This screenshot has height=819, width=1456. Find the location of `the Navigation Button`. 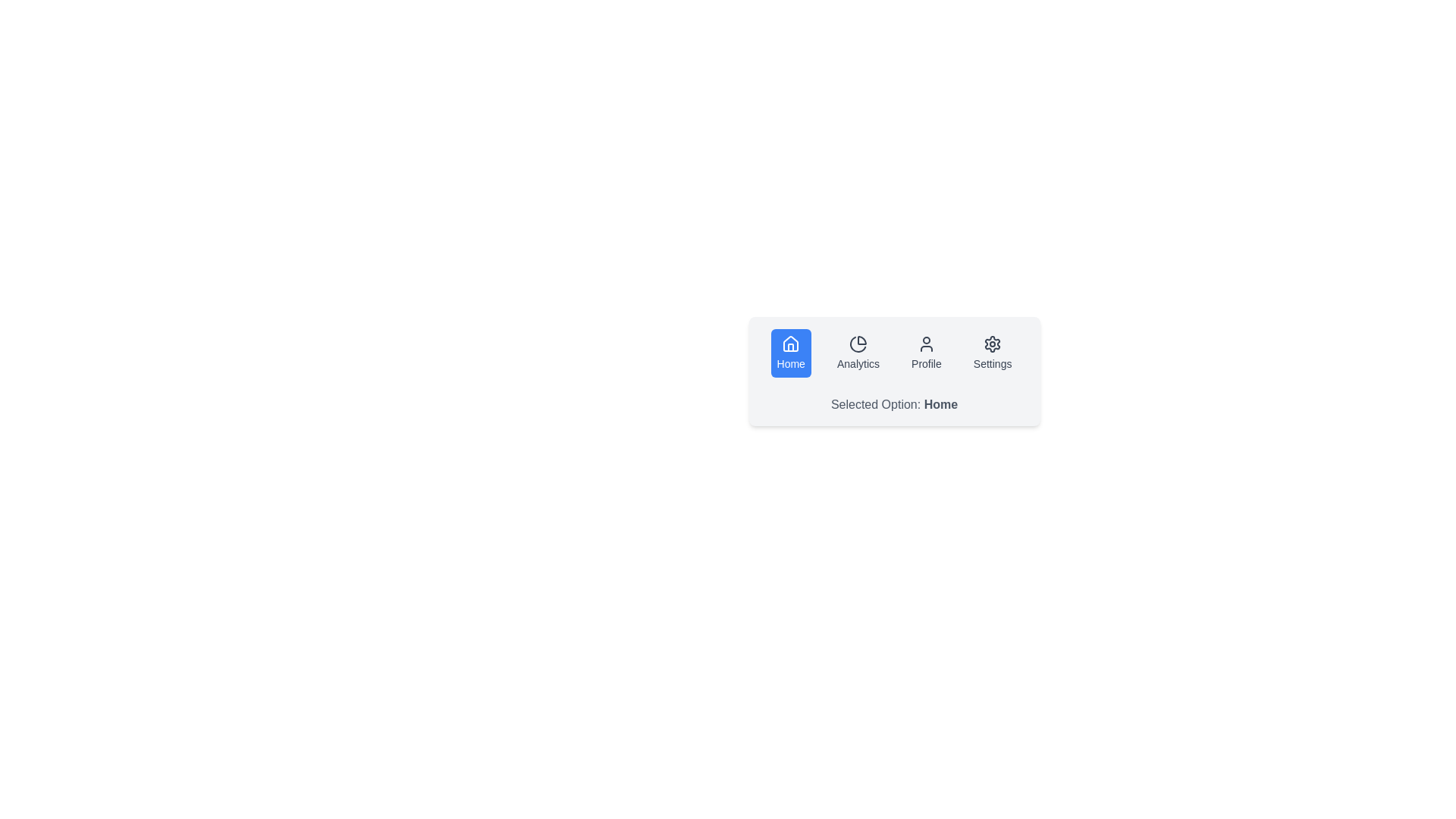

the Navigation Button is located at coordinates (993, 353).